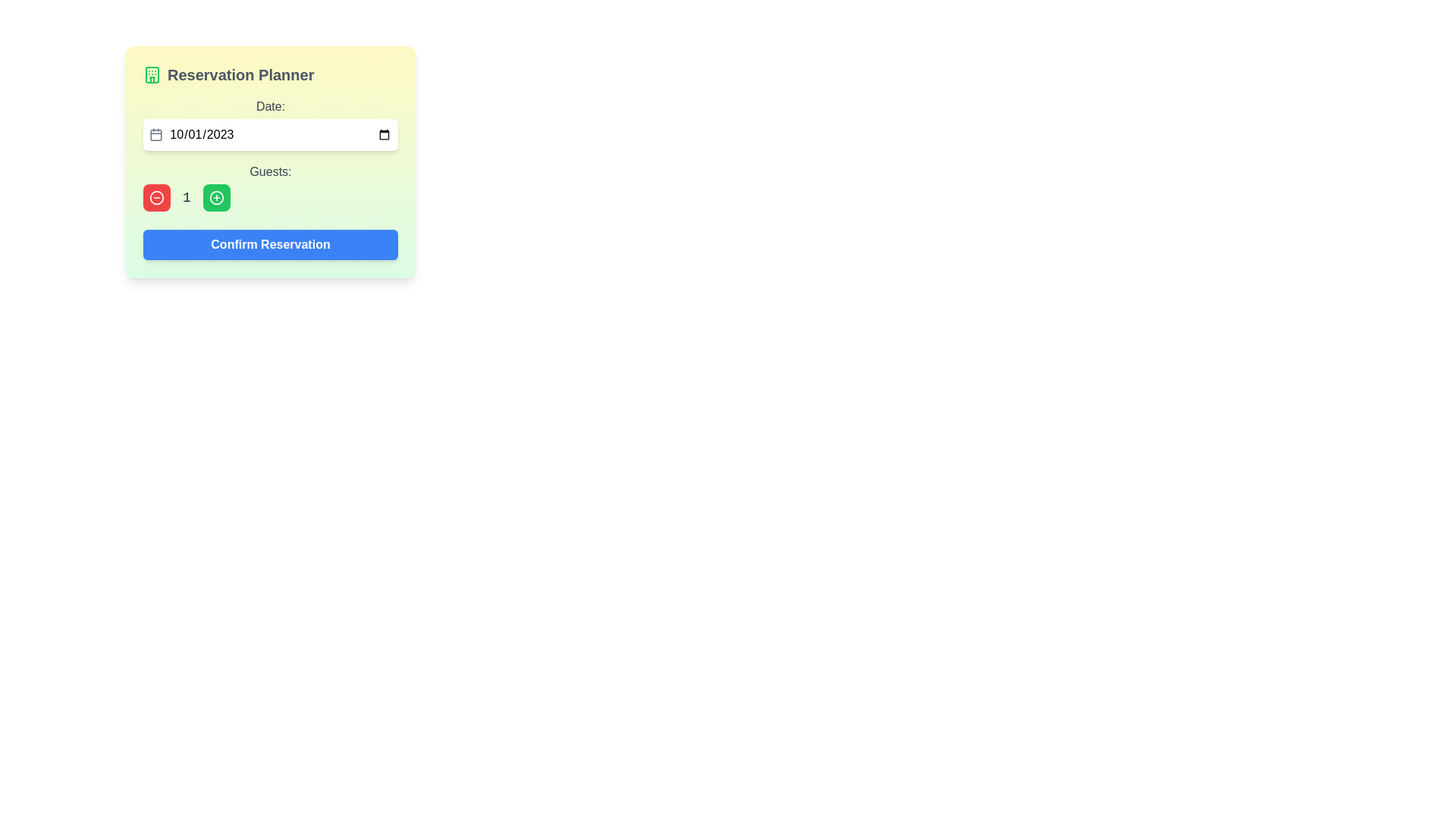 The image size is (1456, 819). What do you see at coordinates (156, 133) in the screenshot?
I see `the calendar icon located at the beginning of the date input field in the 'Reservation Planner' card` at bounding box center [156, 133].